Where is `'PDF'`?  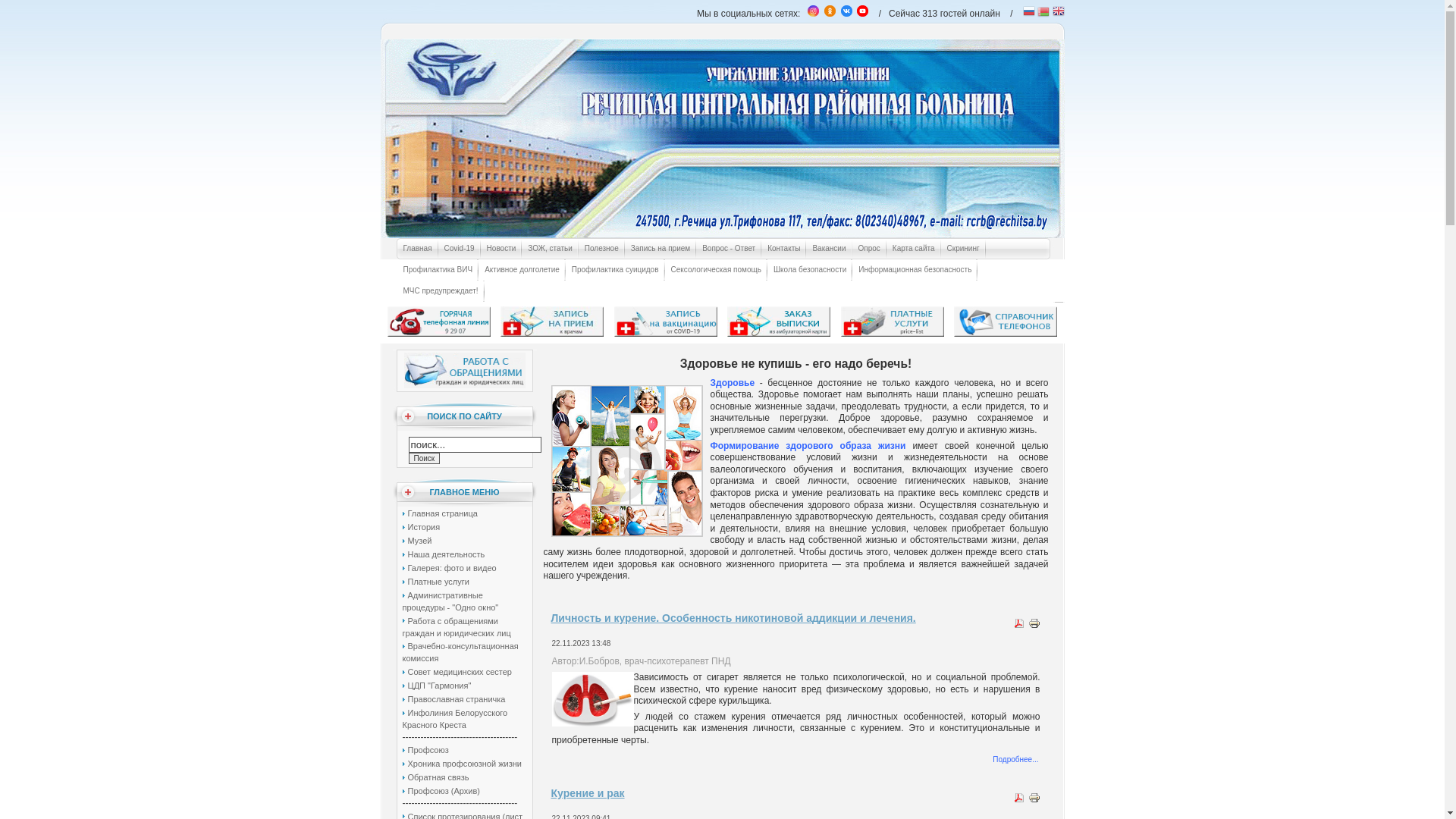
'PDF' is located at coordinates (1019, 800).